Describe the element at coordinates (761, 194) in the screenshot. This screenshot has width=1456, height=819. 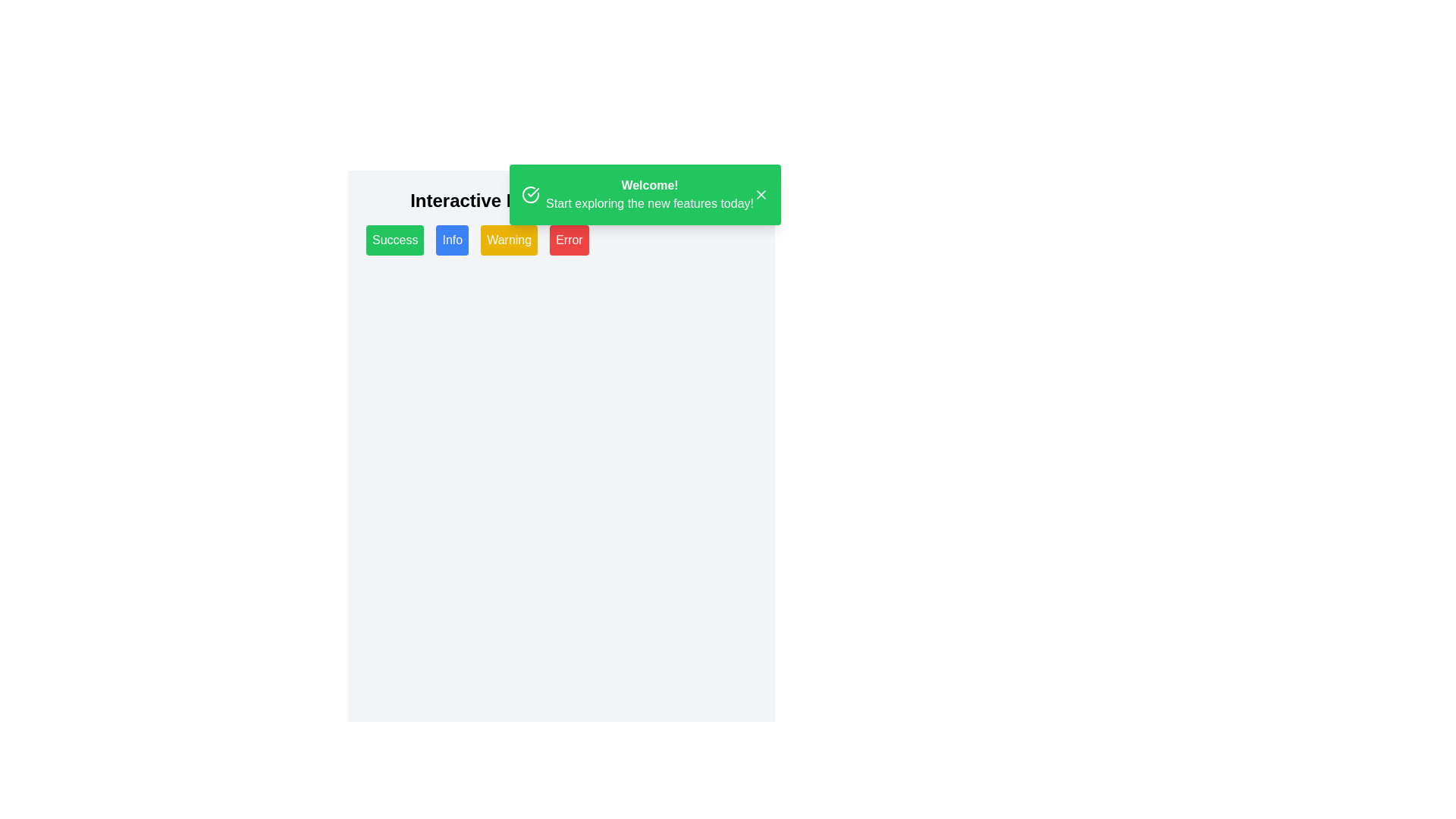
I see `the close (X) icon button located in the top-right corner of the green notification banner` at that location.